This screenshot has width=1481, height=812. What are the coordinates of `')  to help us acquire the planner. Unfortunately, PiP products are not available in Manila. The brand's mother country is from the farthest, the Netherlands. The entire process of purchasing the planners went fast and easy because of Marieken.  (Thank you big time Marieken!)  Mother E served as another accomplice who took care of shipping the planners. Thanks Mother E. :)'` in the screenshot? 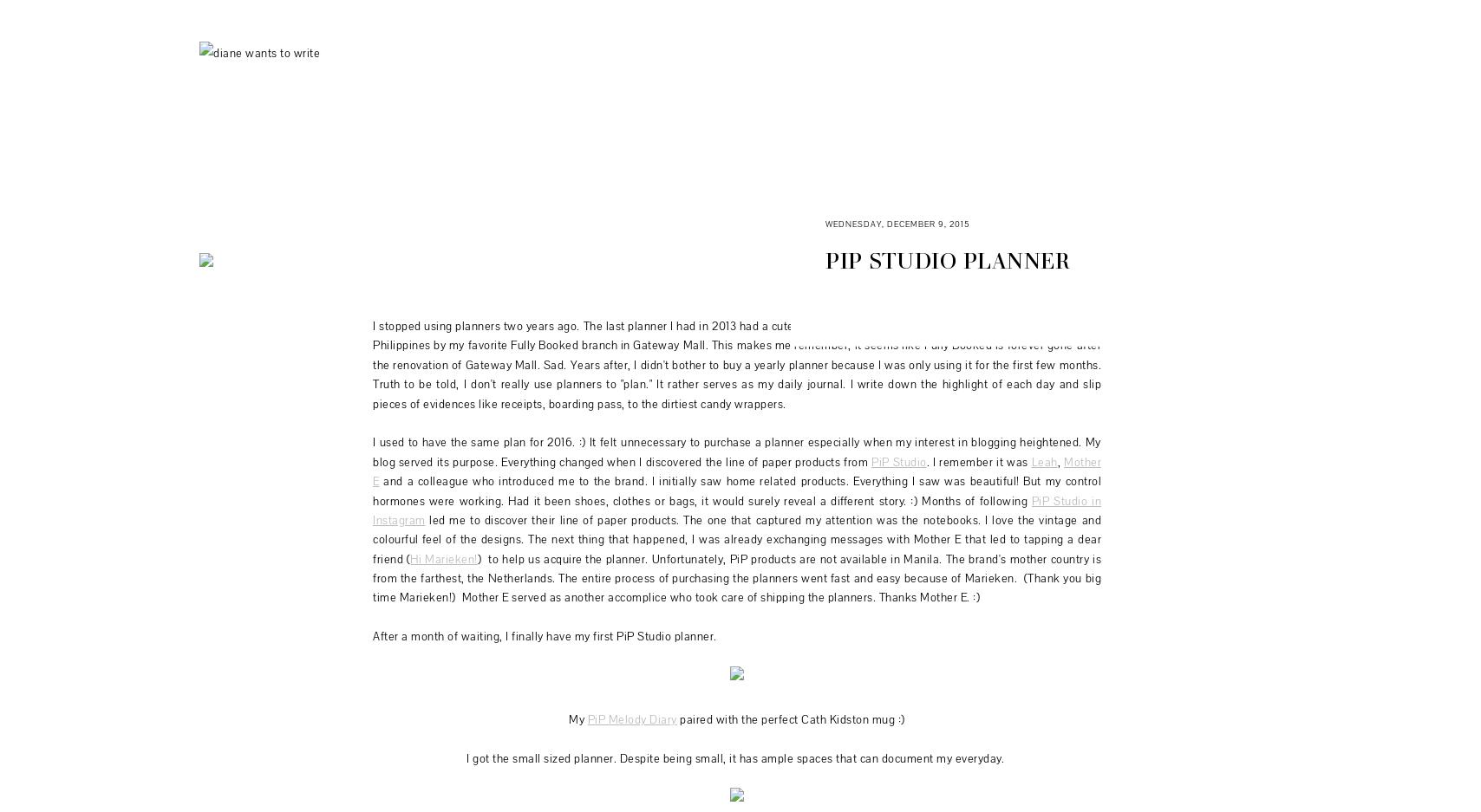 It's located at (737, 577).